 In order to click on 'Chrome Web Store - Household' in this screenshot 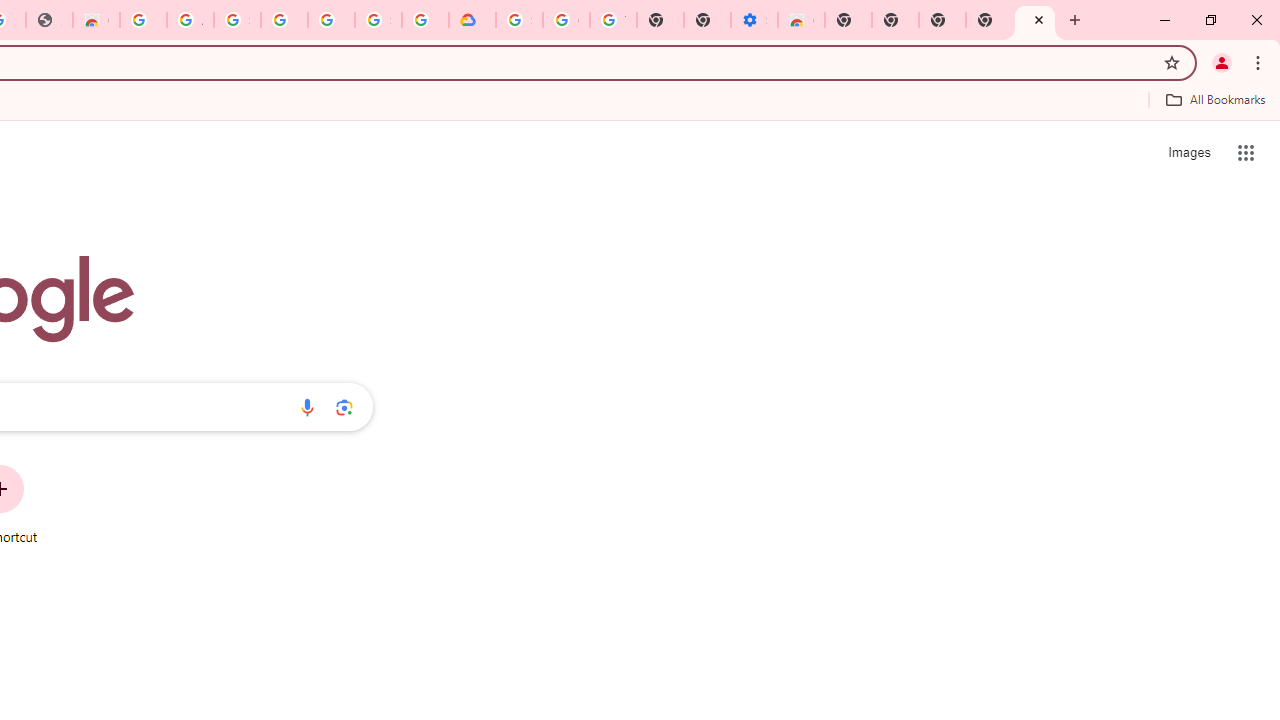, I will do `click(95, 20)`.